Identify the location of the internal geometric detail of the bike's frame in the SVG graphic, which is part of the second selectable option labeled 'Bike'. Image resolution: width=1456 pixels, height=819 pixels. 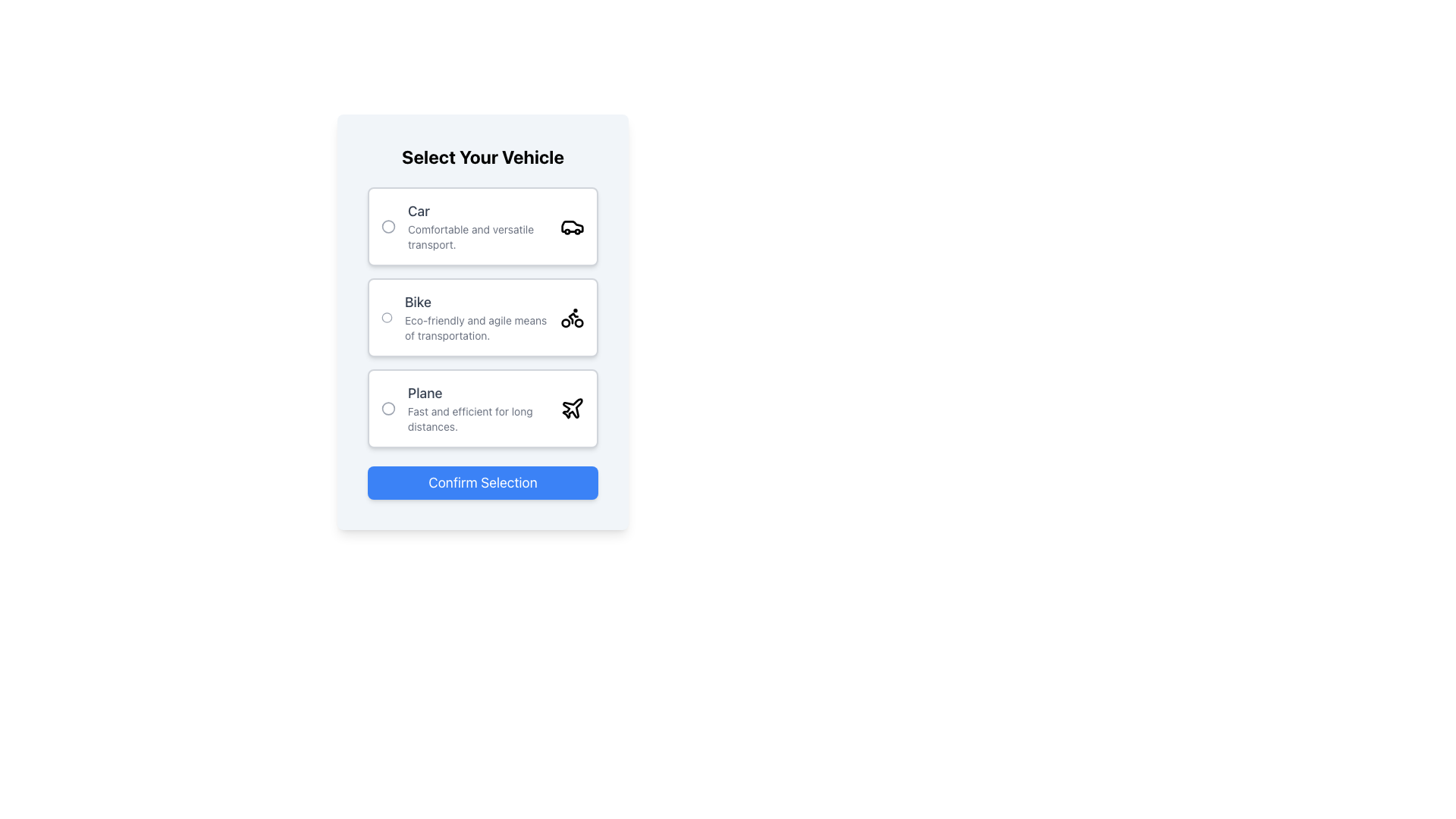
(573, 318).